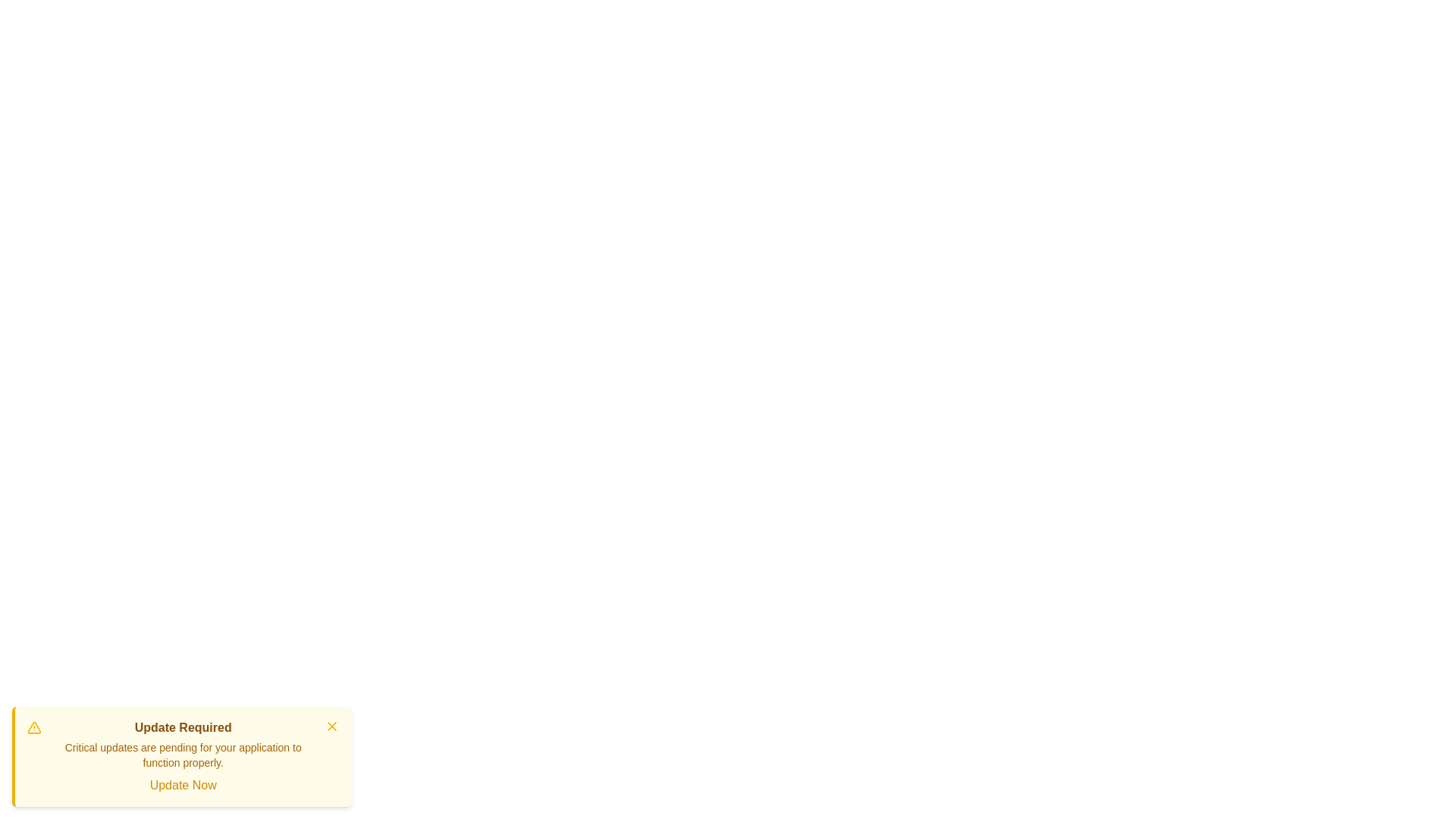 Image resolution: width=1456 pixels, height=819 pixels. Describe the element at coordinates (182, 785) in the screenshot. I see `the 'Update Now' button to trigger the update action` at that location.